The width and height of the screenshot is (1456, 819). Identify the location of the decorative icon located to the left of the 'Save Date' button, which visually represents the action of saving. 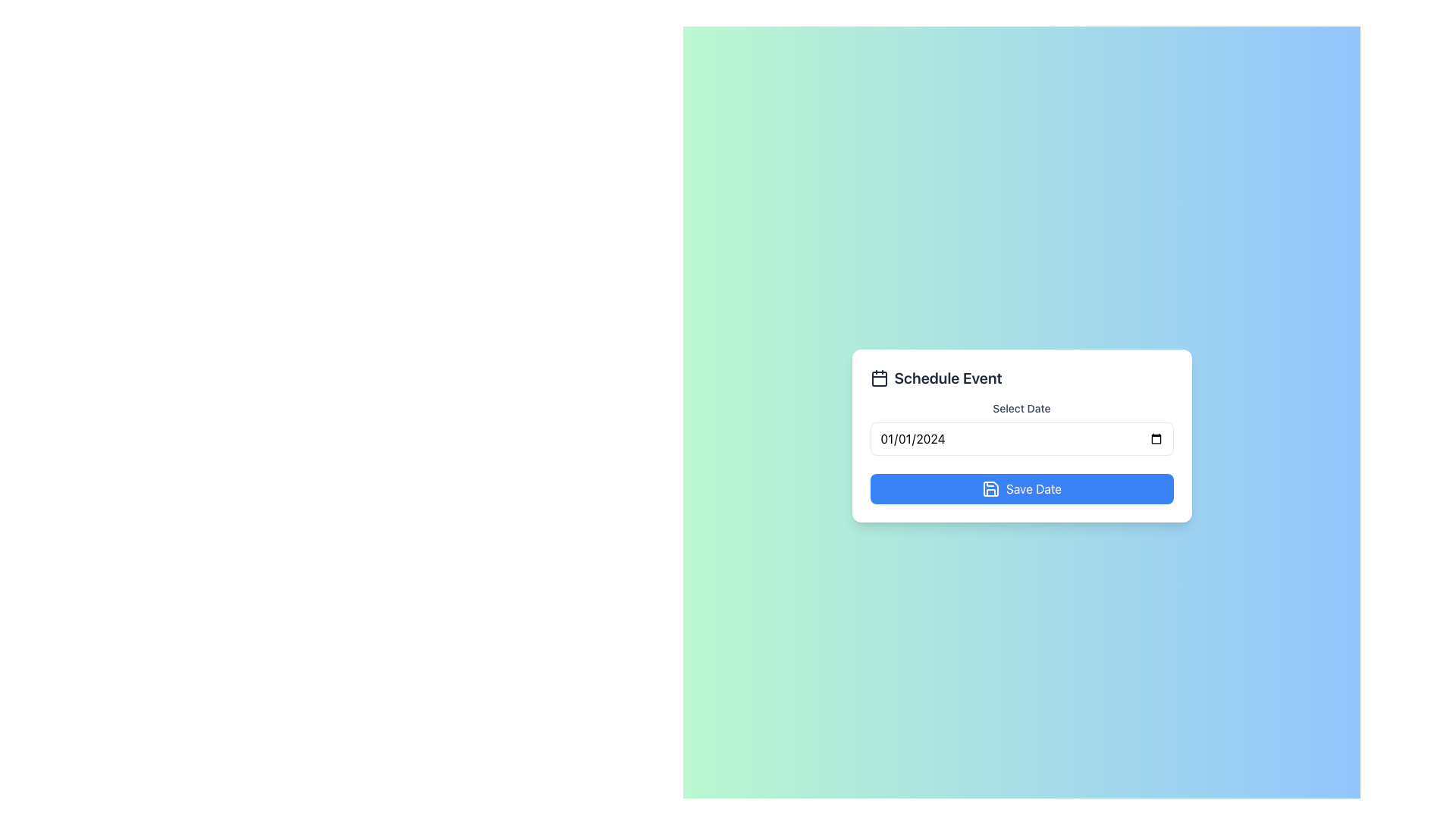
(990, 488).